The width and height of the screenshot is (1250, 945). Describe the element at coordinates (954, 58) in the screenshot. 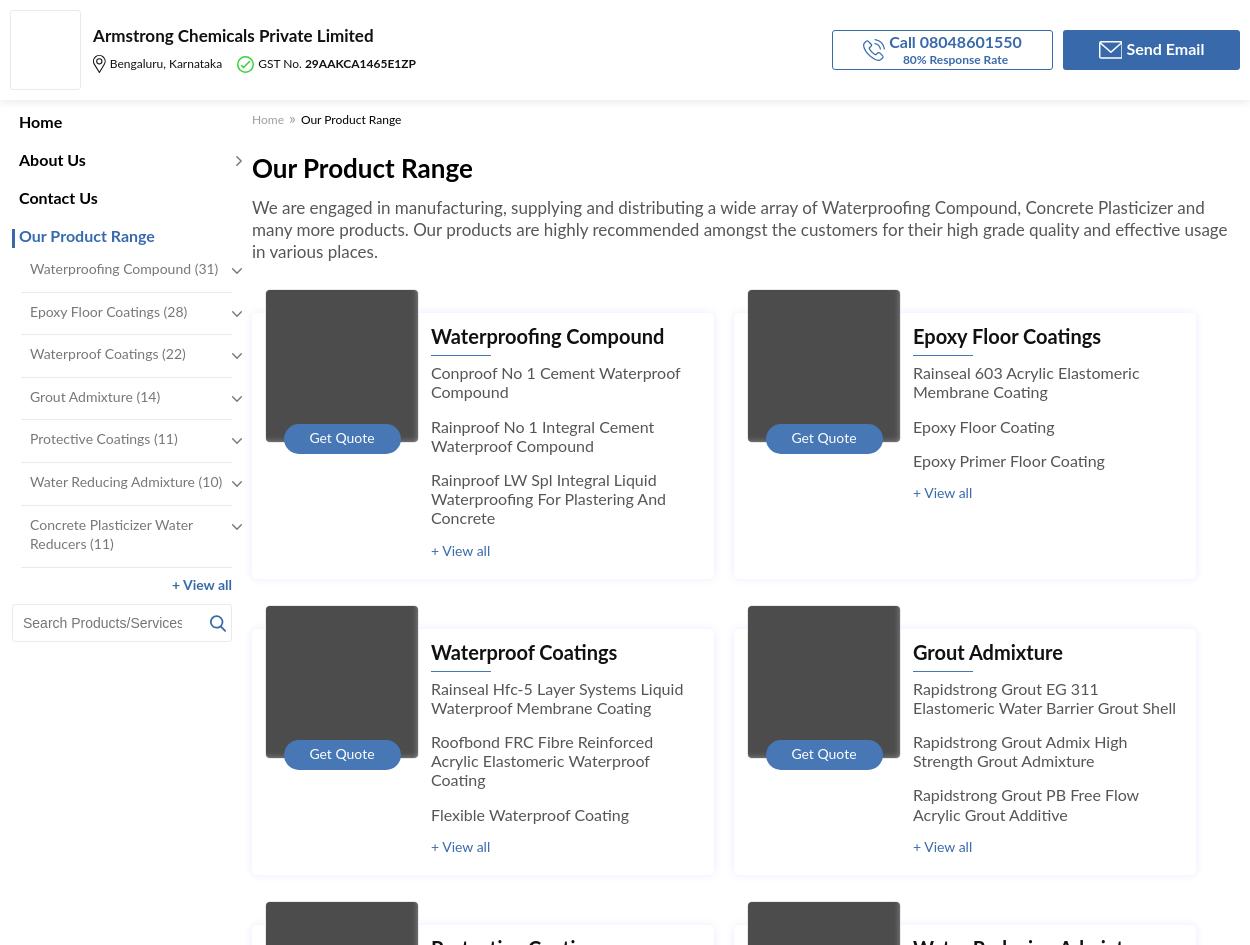

I see `'80% Response Rate'` at that location.